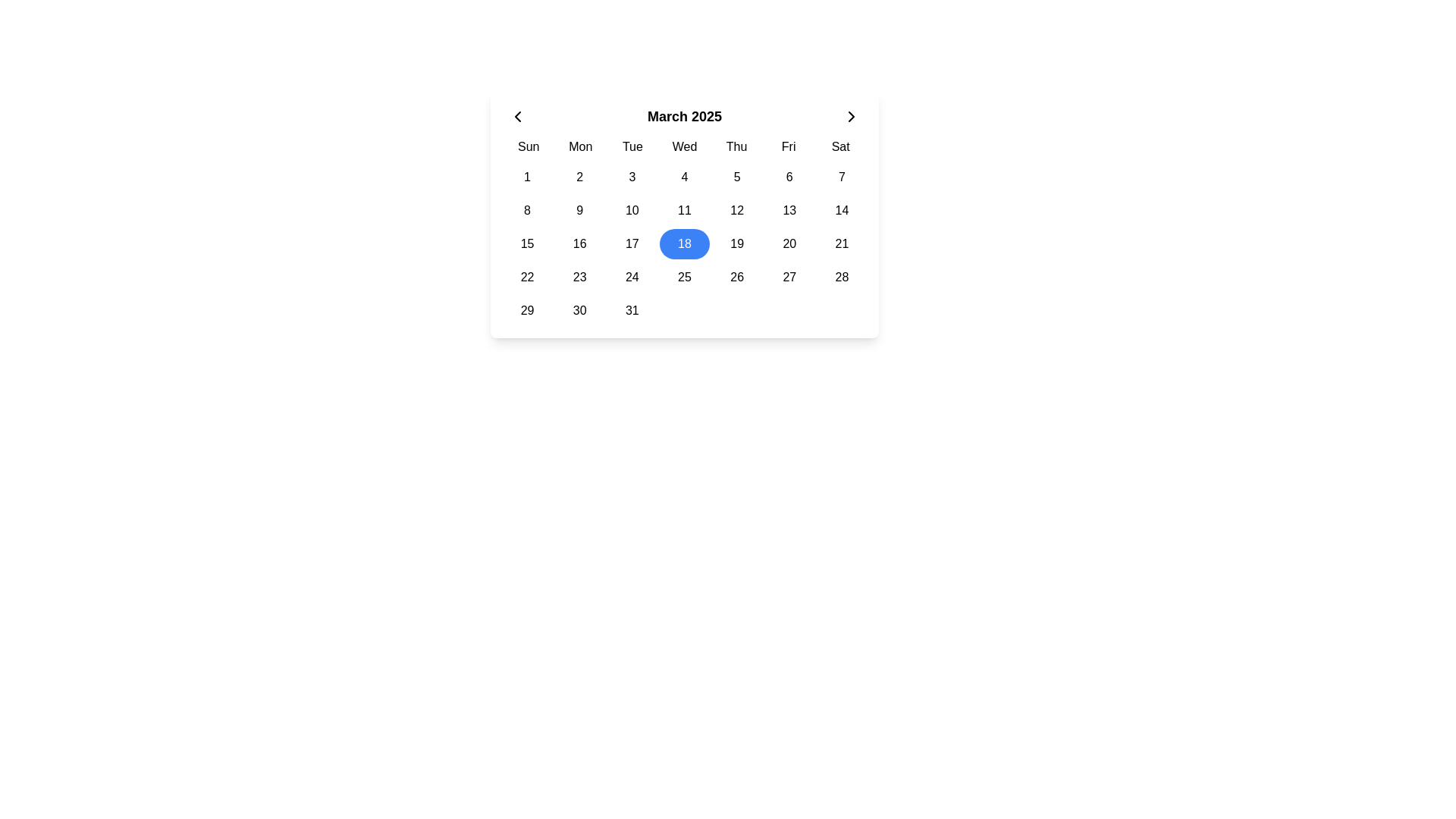 Image resolution: width=1456 pixels, height=819 pixels. What do you see at coordinates (632, 146) in the screenshot?
I see `the text label displaying 'Tue', which is the third item in a horizontally aligned list of weekday names` at bounding box center [632, 146].